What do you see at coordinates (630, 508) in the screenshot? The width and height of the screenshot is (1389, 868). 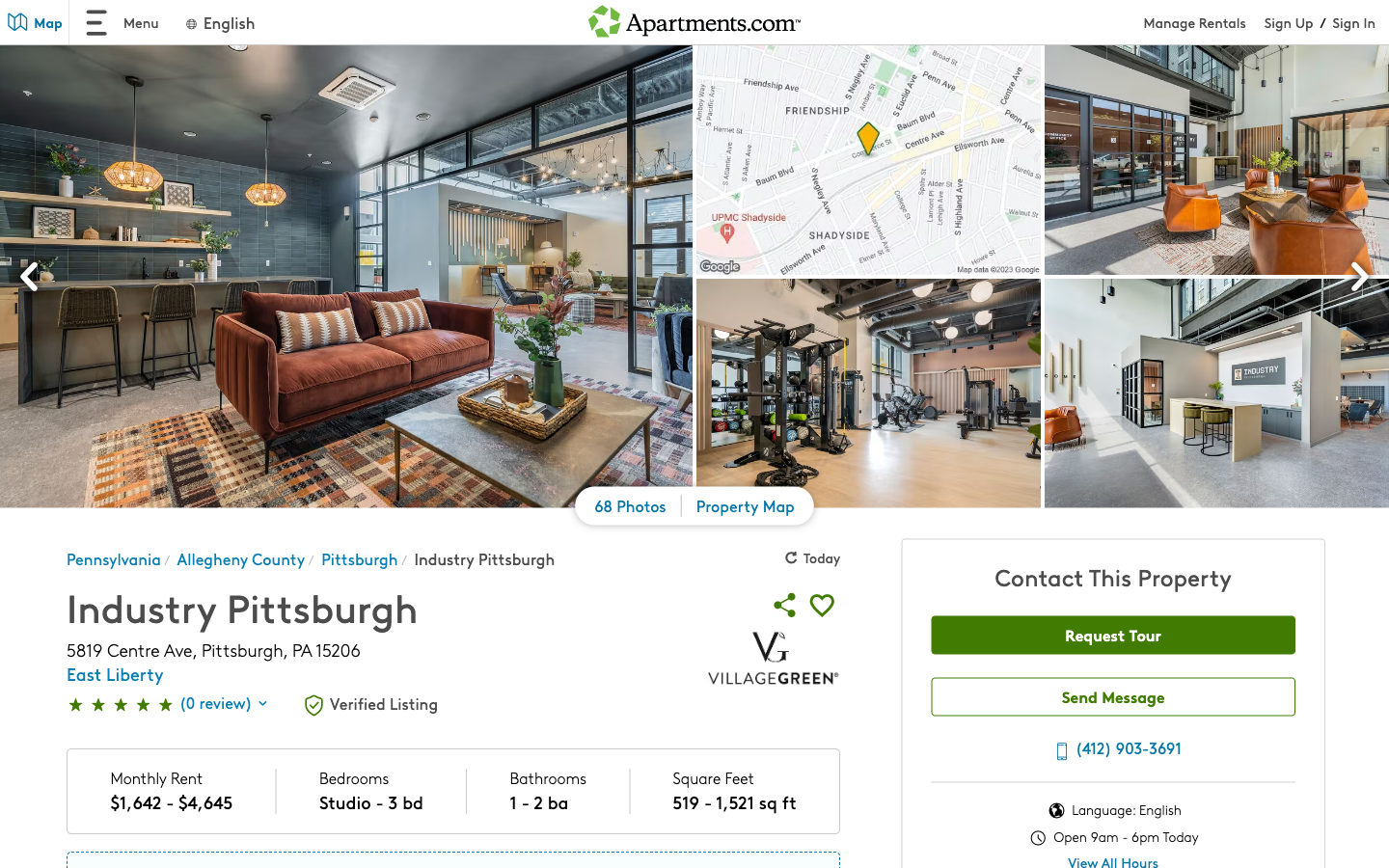 I see `Go to the photo tab and view all available images` at bounding box center [630, 508].